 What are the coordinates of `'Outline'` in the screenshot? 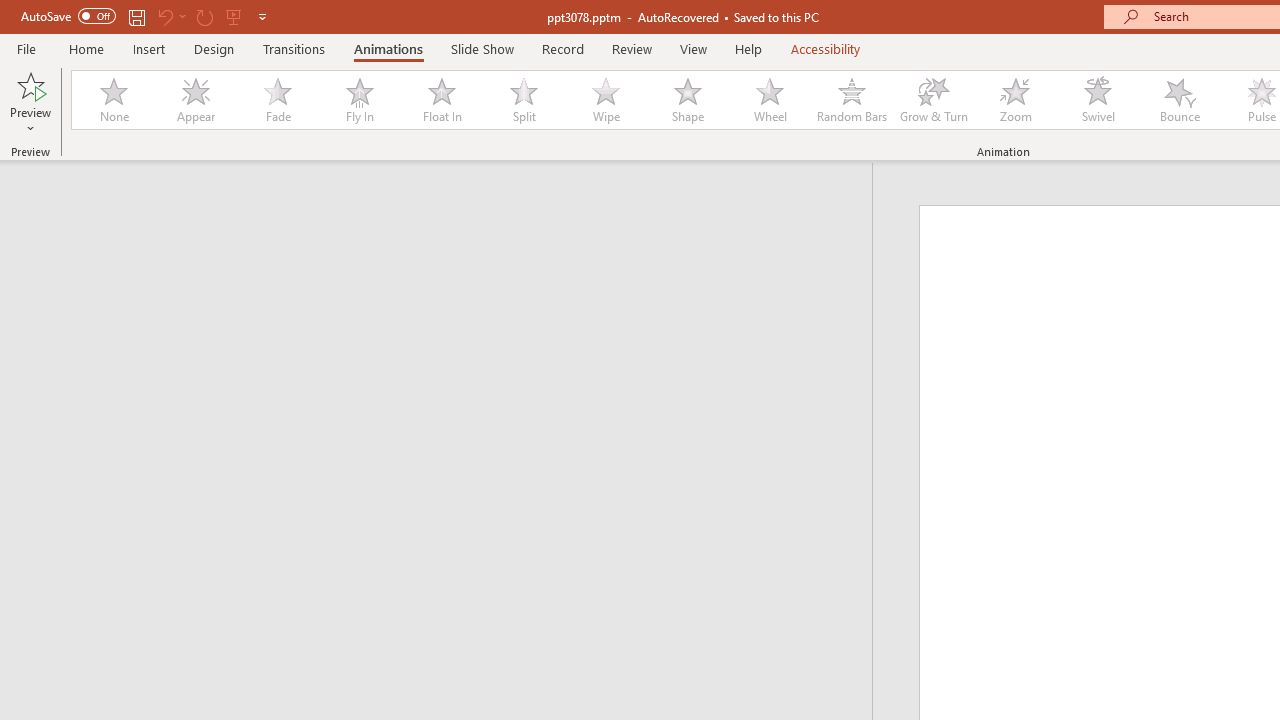 It's located at (444, 202).